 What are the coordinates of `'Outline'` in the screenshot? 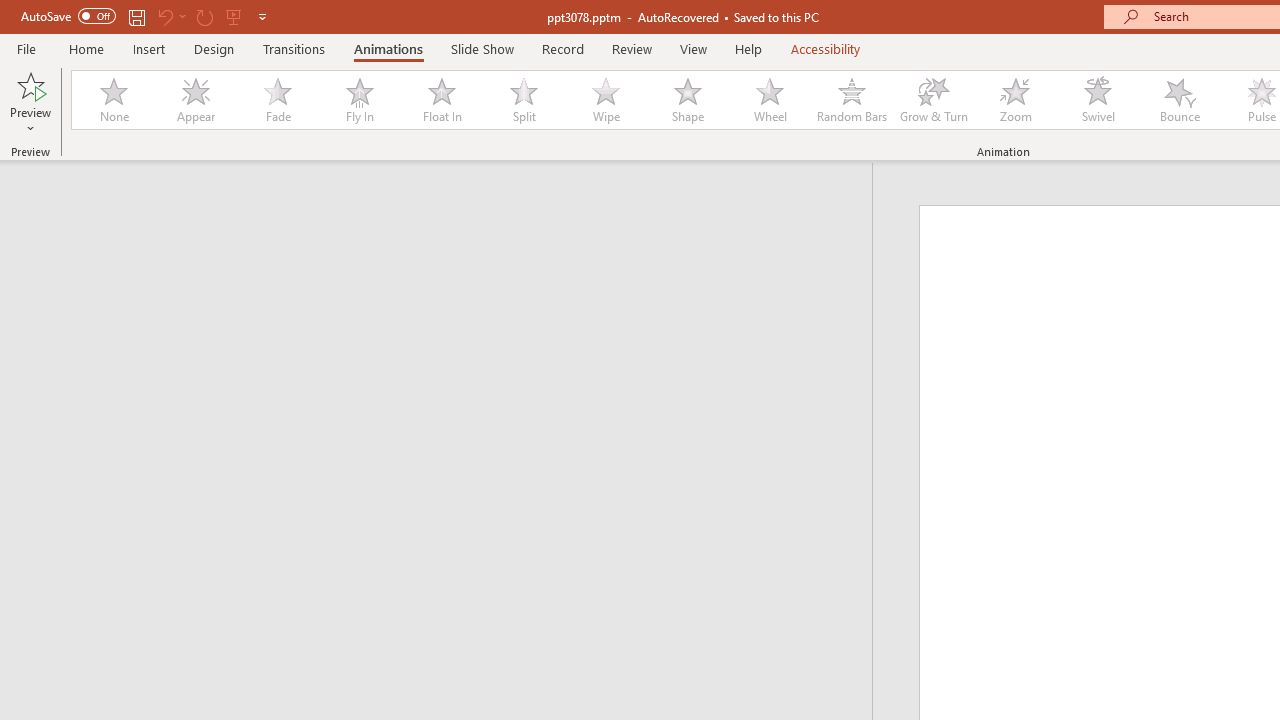 It's located at (444, 202).